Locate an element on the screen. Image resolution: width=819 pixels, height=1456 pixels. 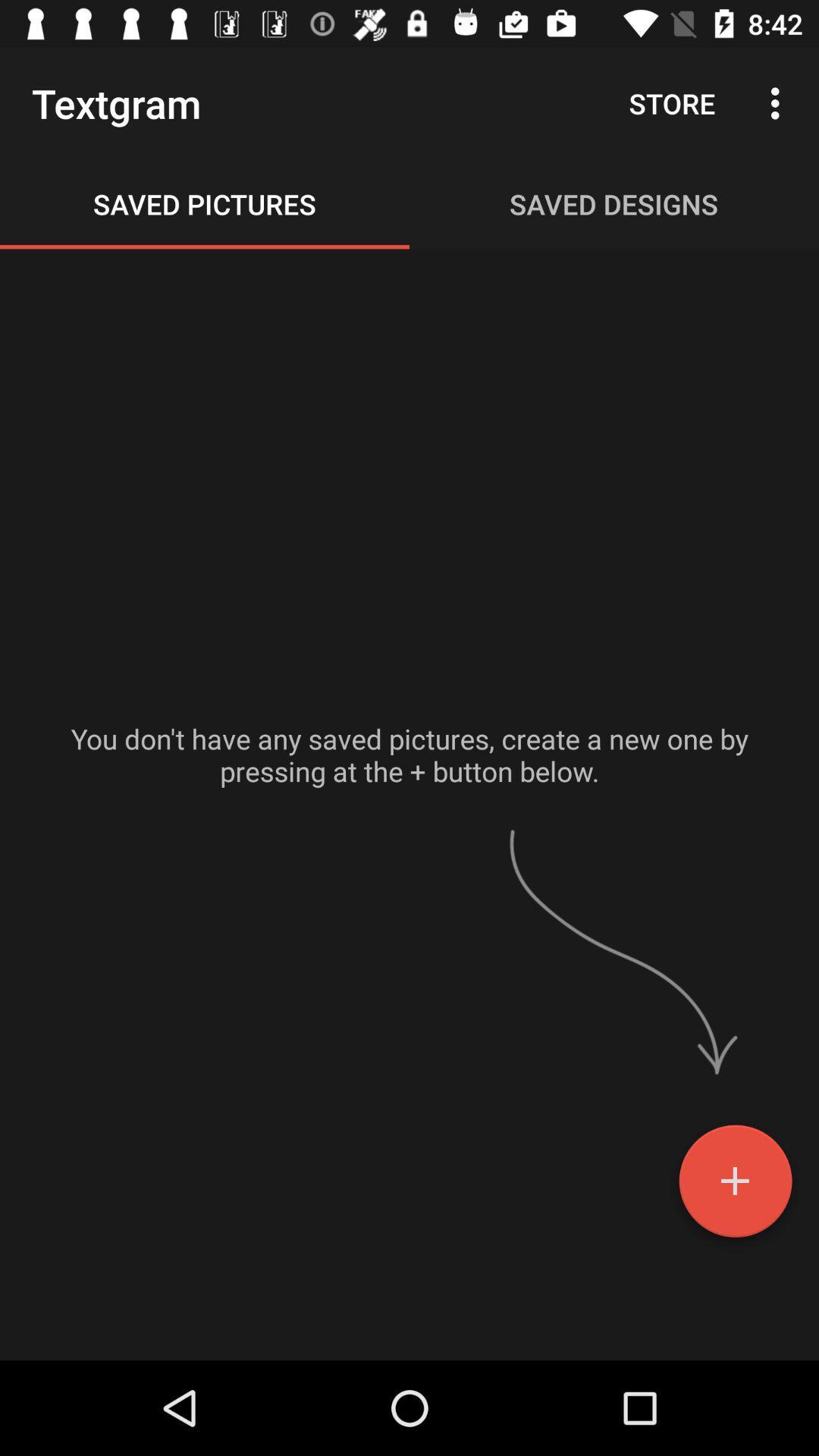
icon to the right of store icon is located at coordinates (779, 102).